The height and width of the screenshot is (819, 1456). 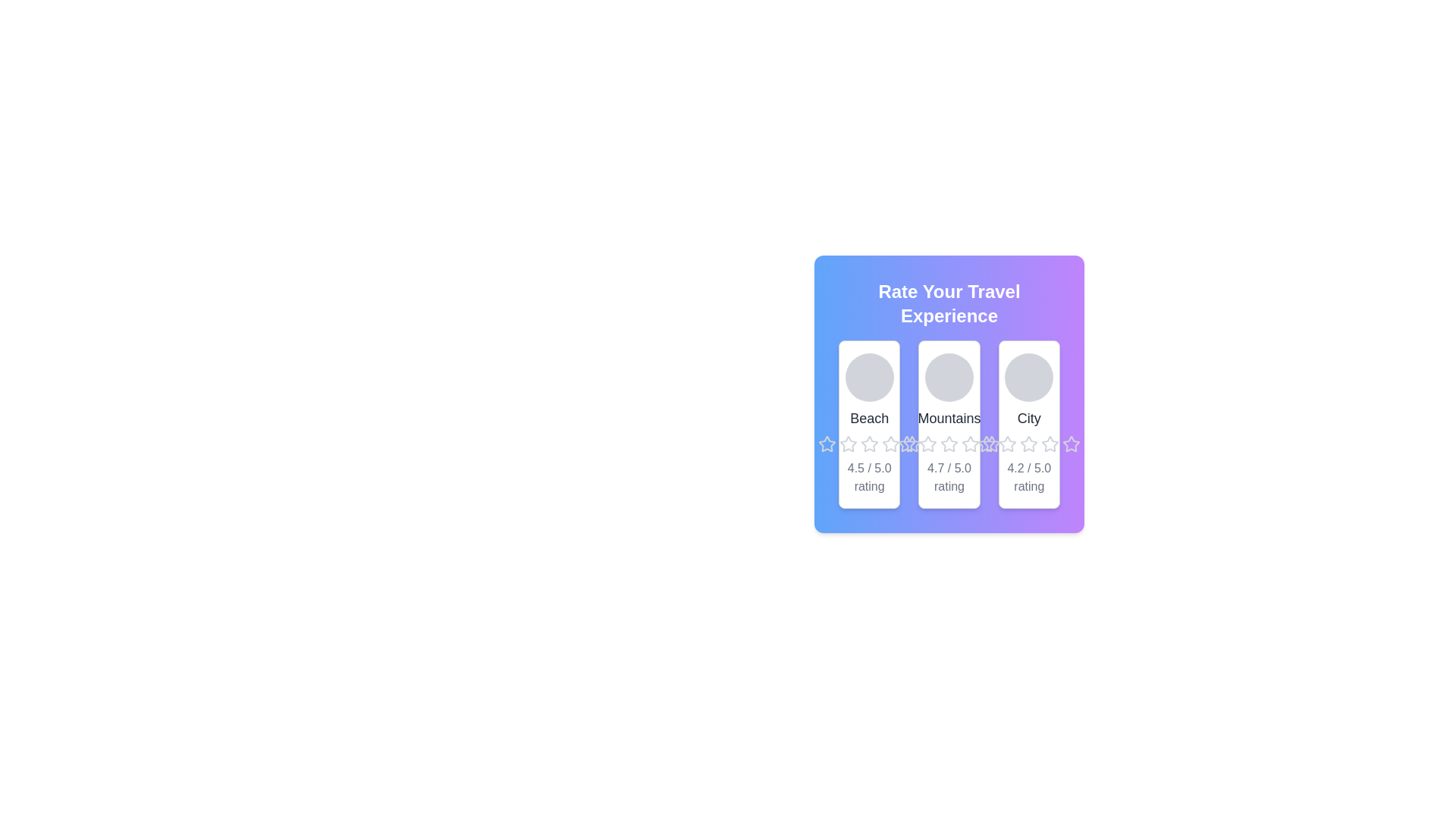 What do you see at coordinates (1029, 444) in the screenshot?
I see `the third star-shaped icon in the rating interface under the 'City' category to provide visual feedback` at bounding box center [1029, 444].